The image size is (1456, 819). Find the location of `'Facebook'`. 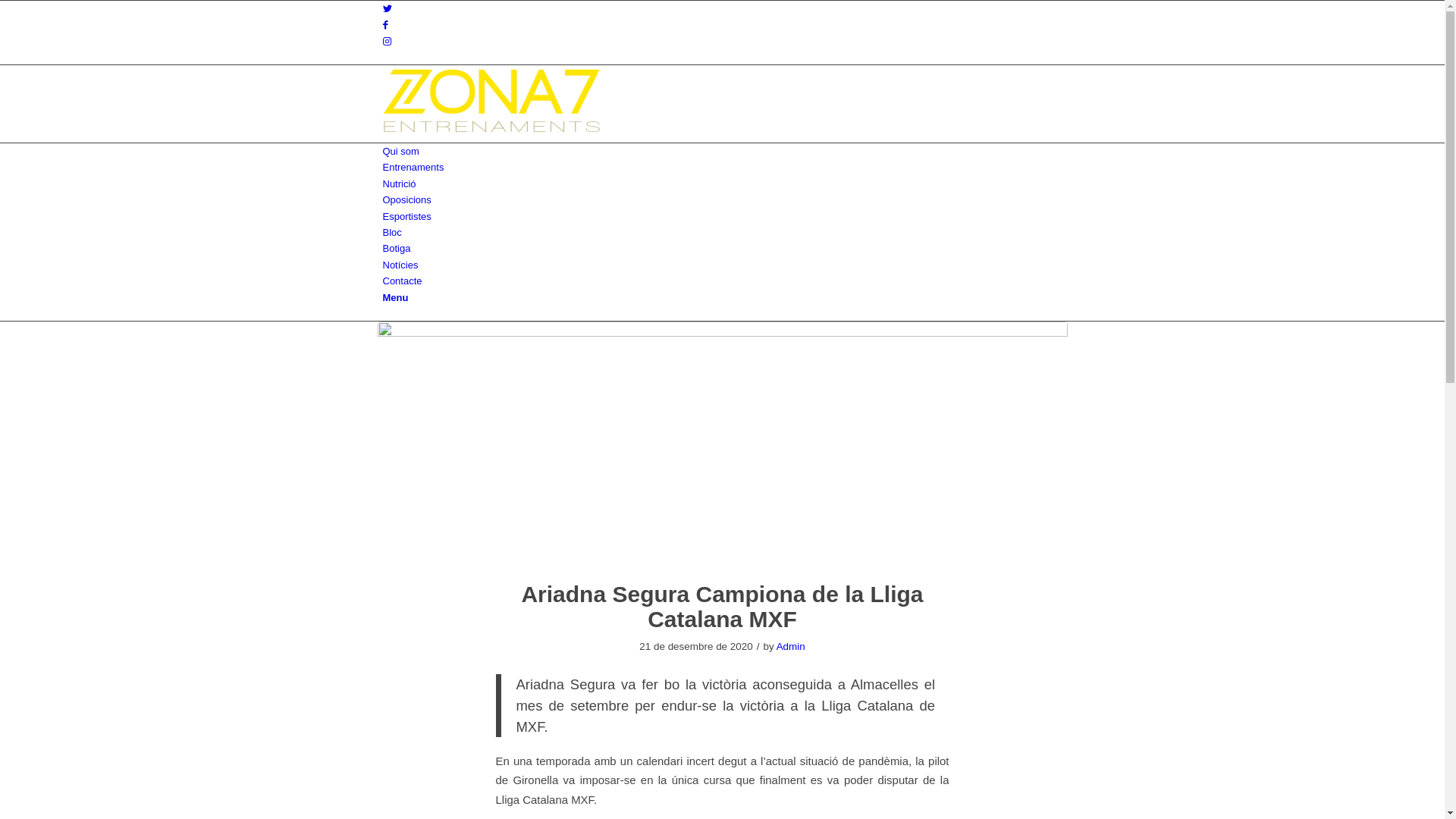

'Facebook' is located at coordinates (384, 24).